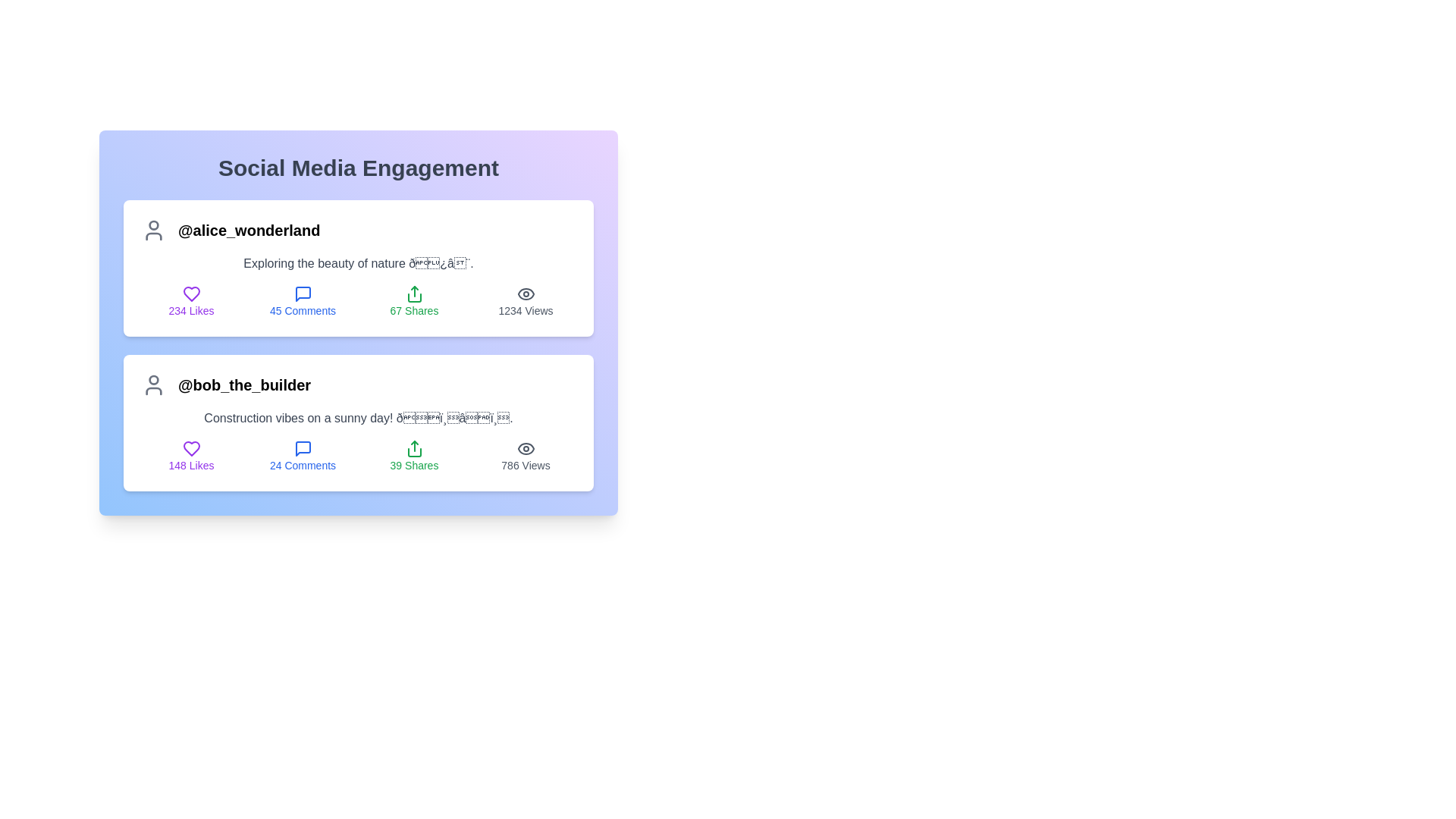 This screenshot has height=819, width=1456. What do you see at coordinates (526, 309) in the screenshot?
I see `the '1234 Views' label, which is styled in gray and located at the bottom of the first content card` at bounding box center [526, 309].